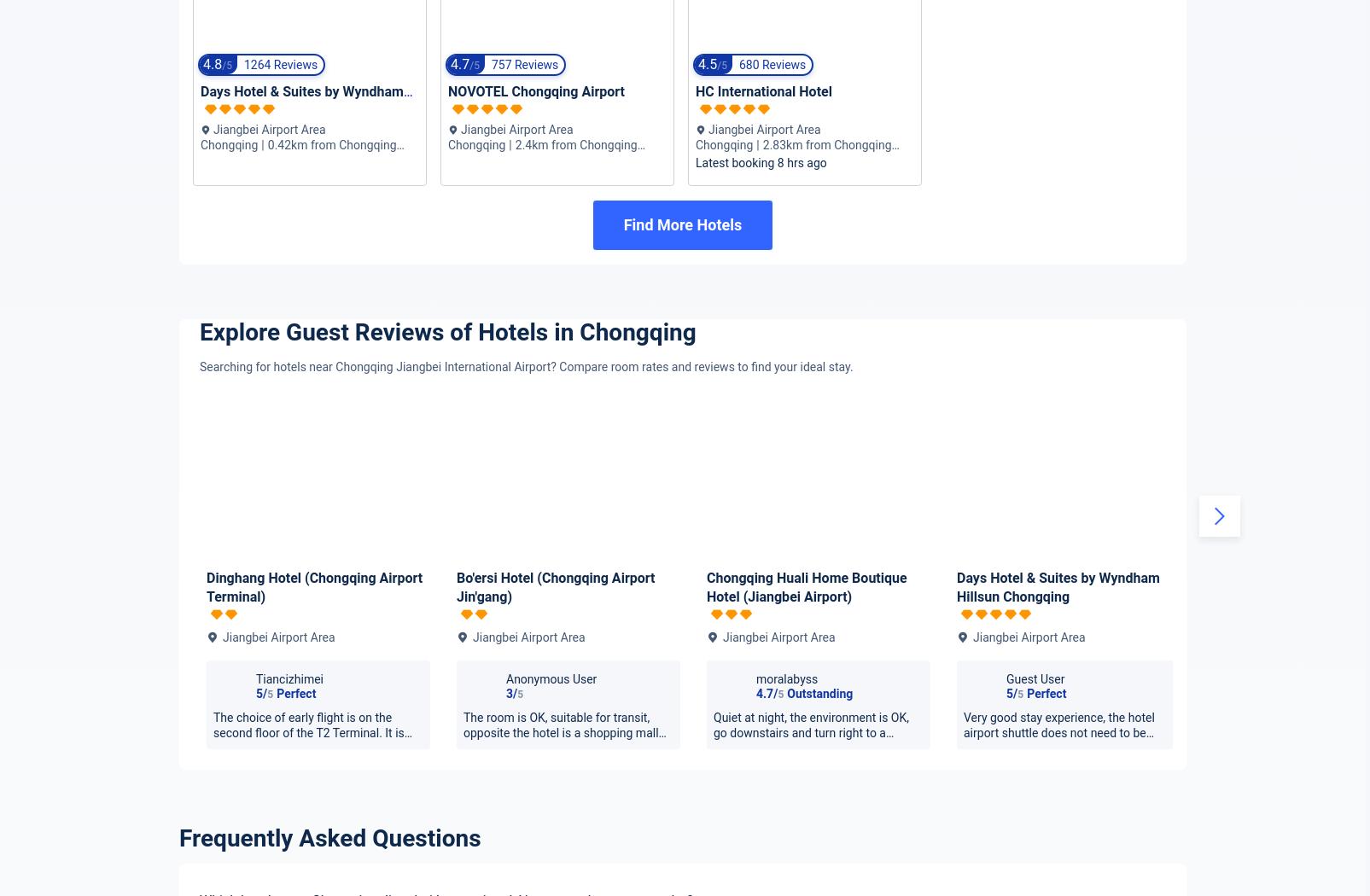  I want to click on '4.6', so click(1127, 629).